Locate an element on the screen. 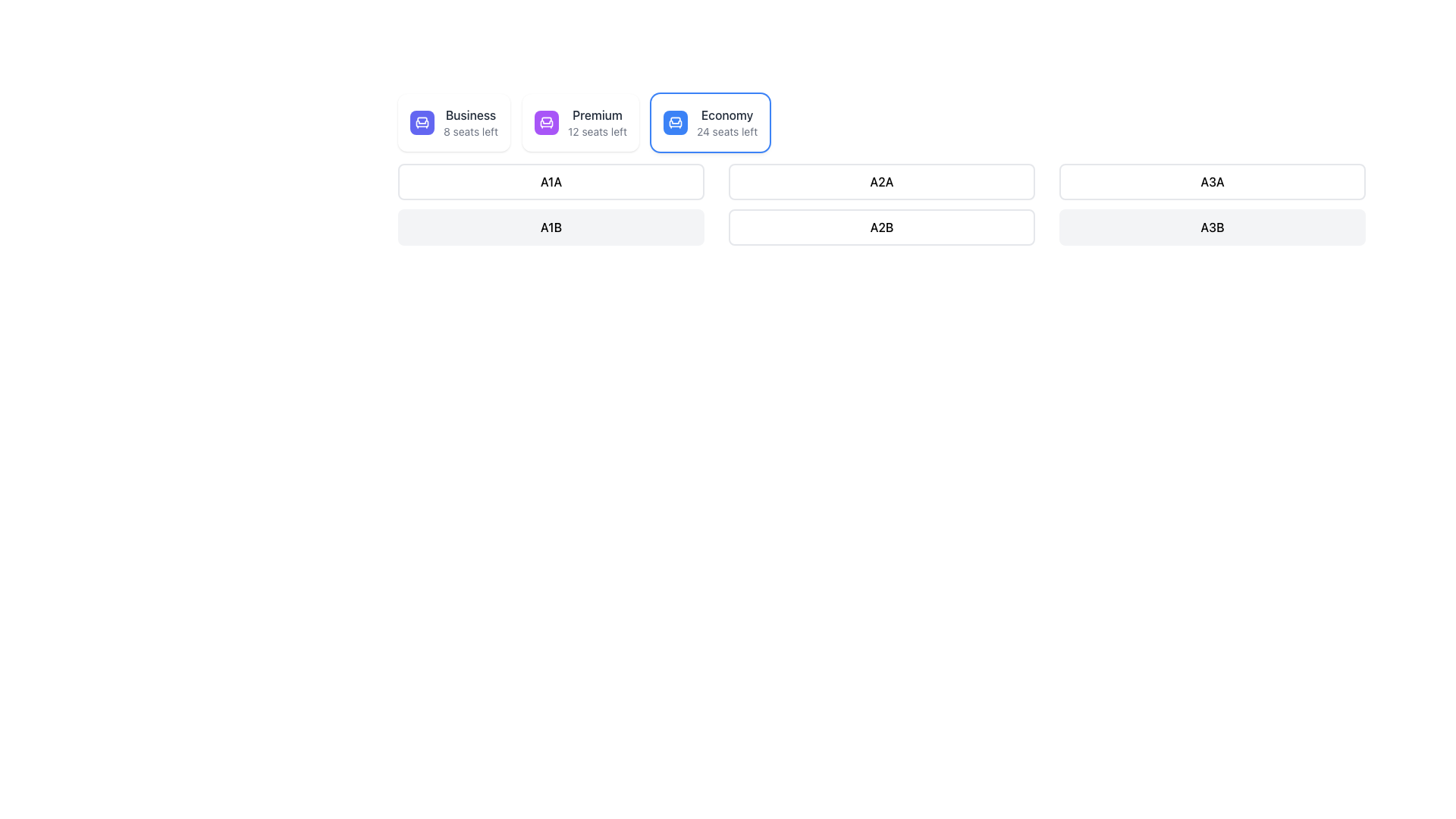 The height and width of the screenshot is (819, 1456). the vertical group of two interactive buttons that includes options 'A2A' and 'A2B', located between the groups with buttons labeled 'A1A' and 'A1B' on the left and 'A3A' and 'A3B' on the right is located at coordinates (881, 207).